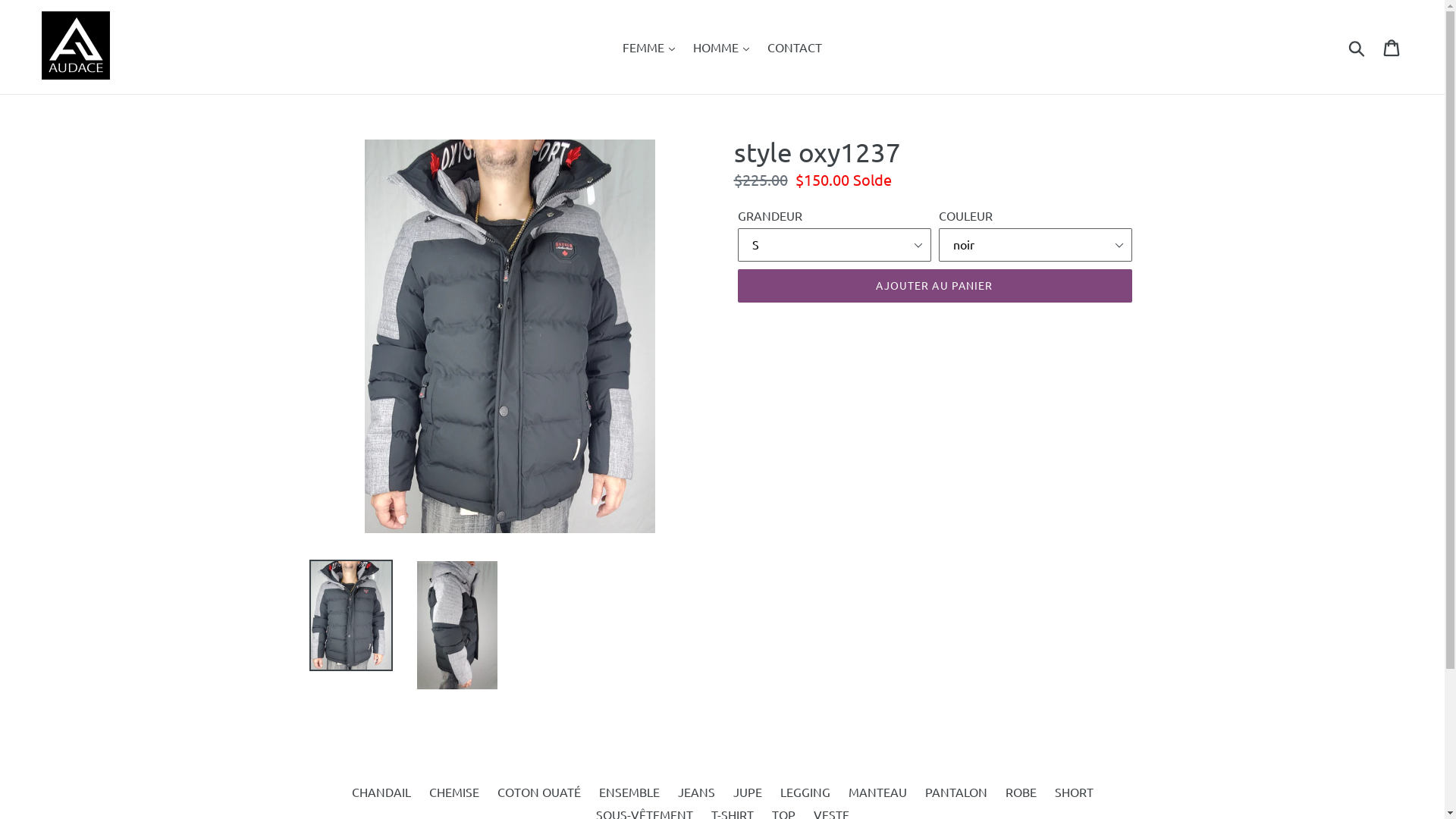  What do you see at coordinates (793, 45) in the screenshot?
I see `'CONTACT'` at bounding box center [793, 45].